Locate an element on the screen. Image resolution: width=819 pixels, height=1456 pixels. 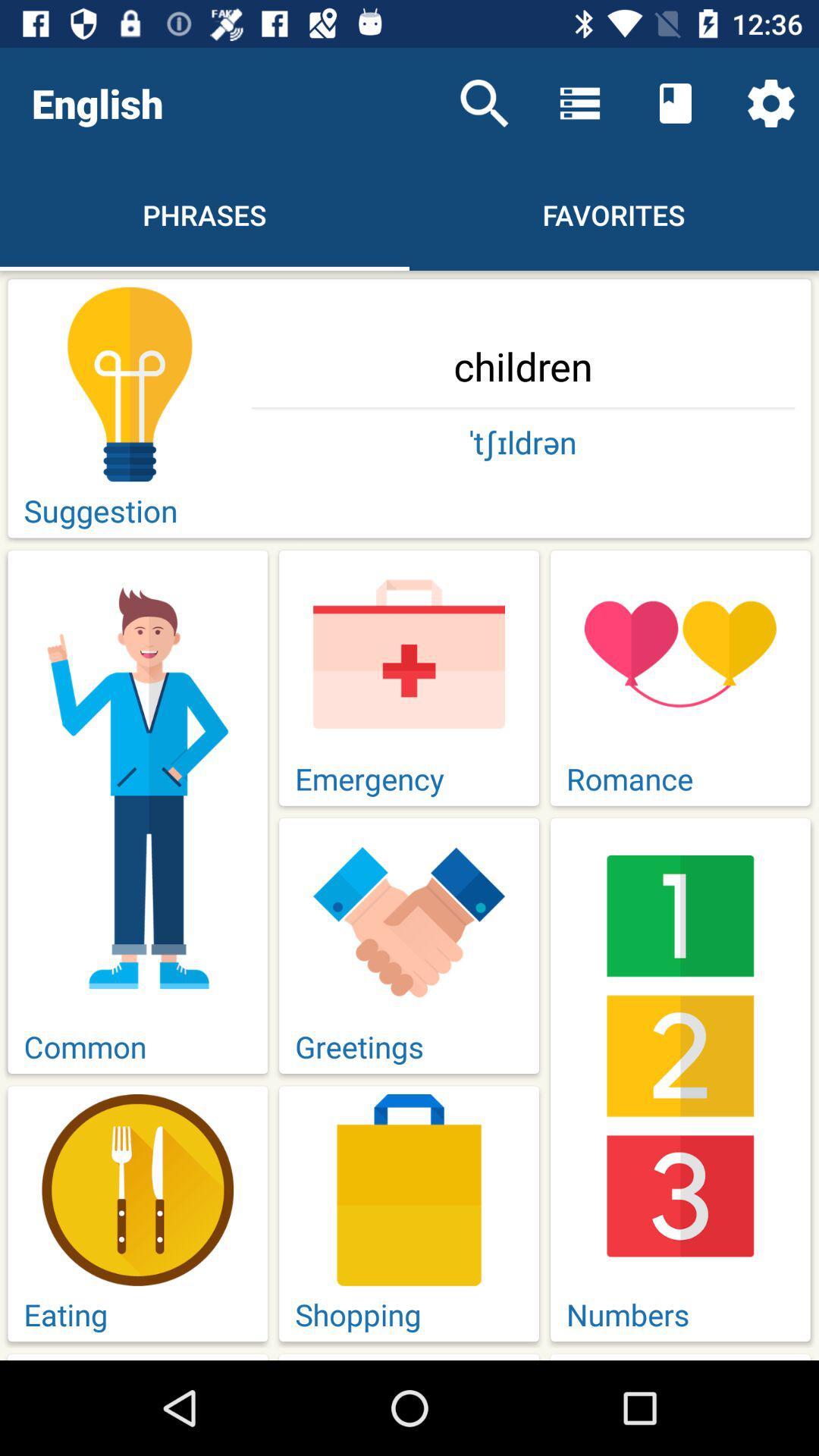
the icon above the children item is located at coordinates (771, 102).